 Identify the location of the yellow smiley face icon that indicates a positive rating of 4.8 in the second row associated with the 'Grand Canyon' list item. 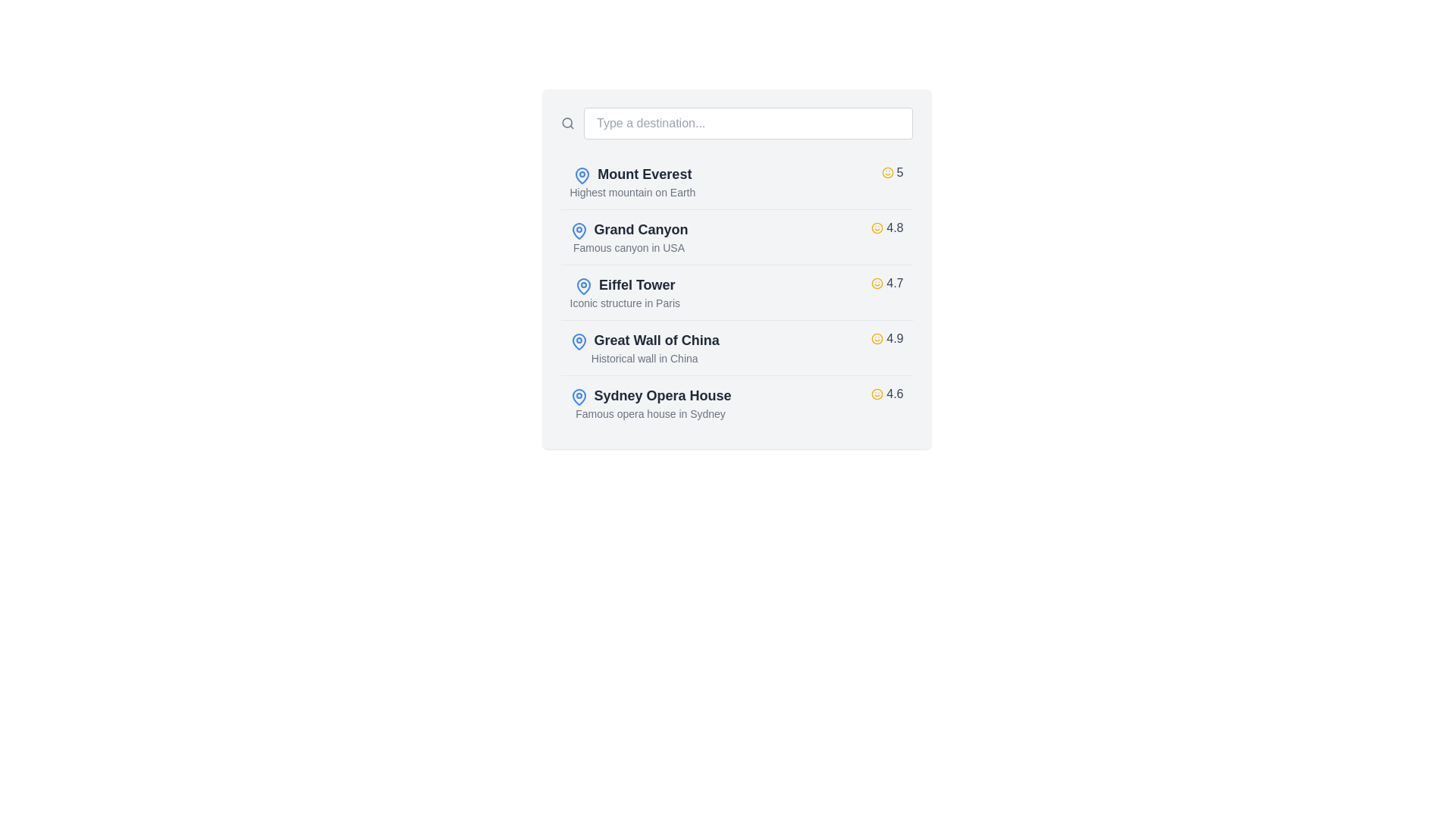
(877, 227).